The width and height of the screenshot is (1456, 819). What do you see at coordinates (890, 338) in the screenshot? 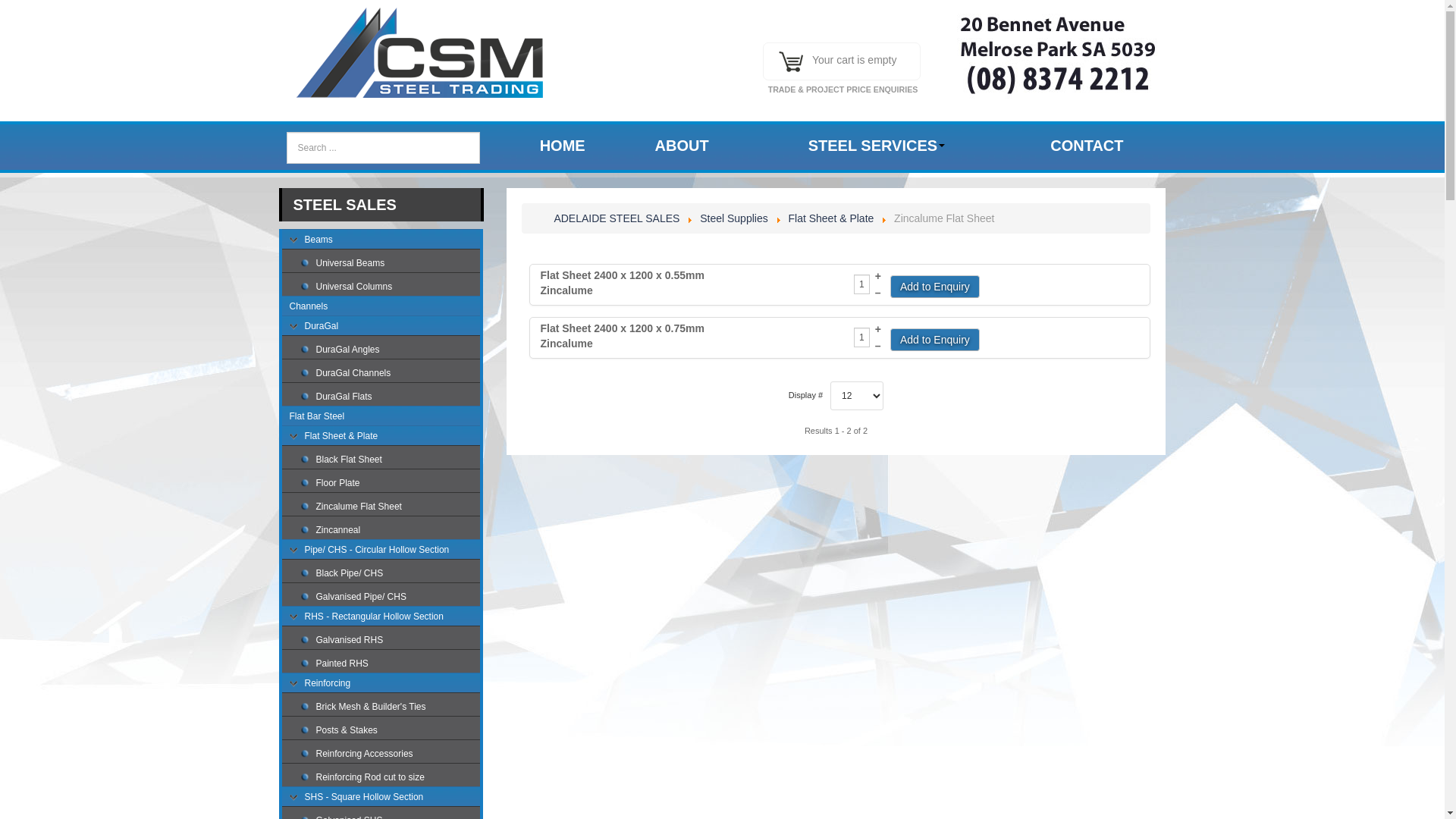
I see `'Add to Enquiry'` at bounding box center [890, 338].